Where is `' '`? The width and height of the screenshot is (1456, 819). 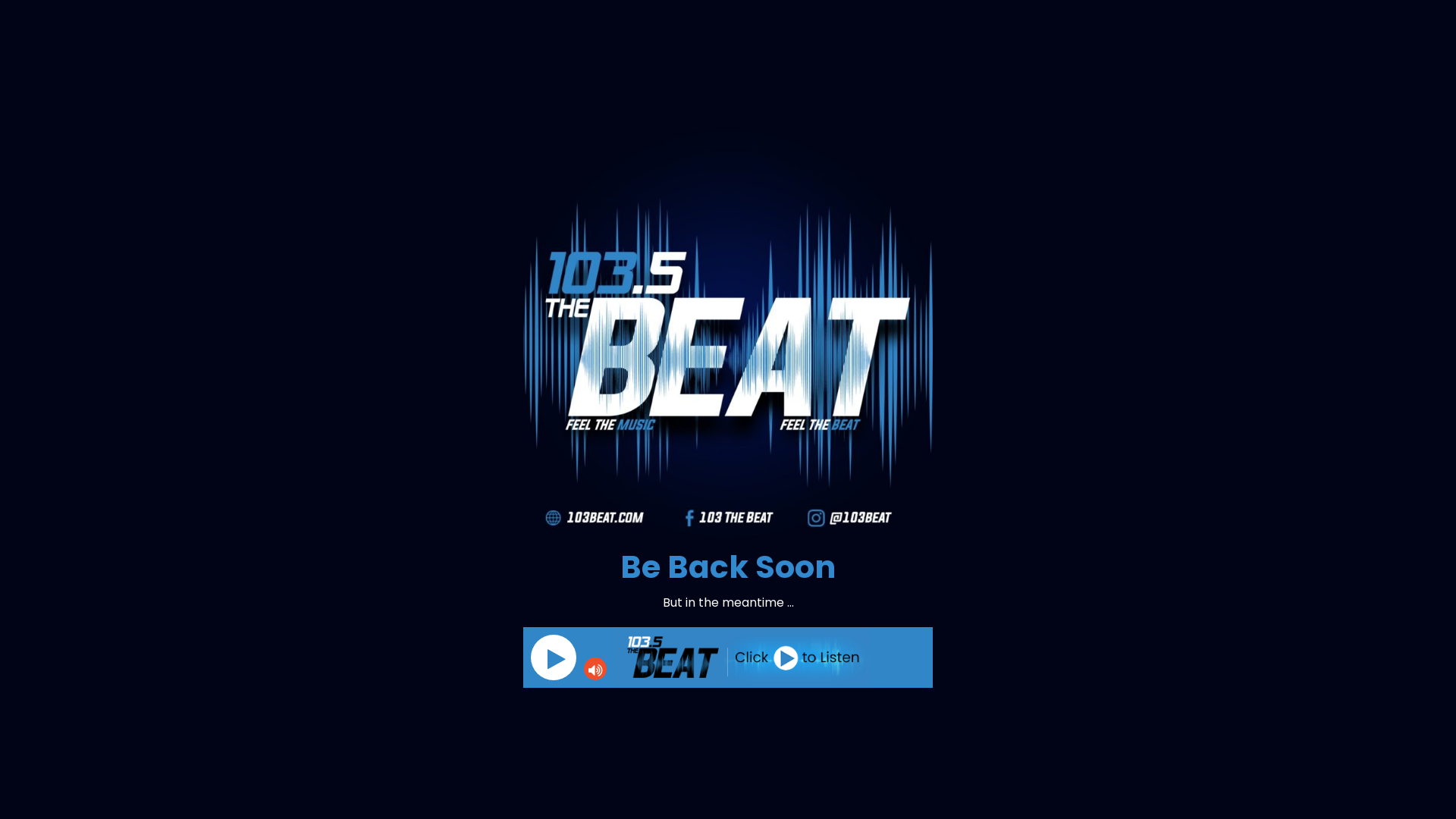
' ' is located at coordinates (531, 657).